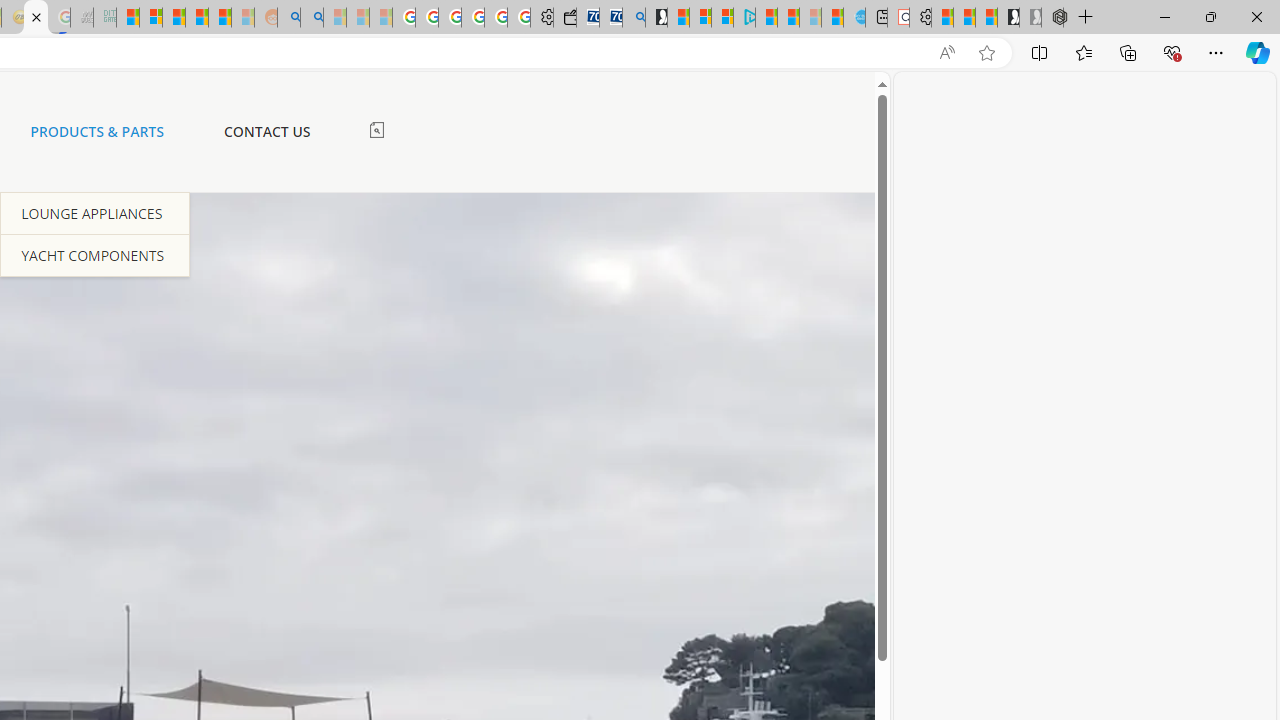 The height and width of the screenshot is (720, 1280). I want to click on 'Play Free Online Games | Games from Microsoft Start', so click(1008, 17).